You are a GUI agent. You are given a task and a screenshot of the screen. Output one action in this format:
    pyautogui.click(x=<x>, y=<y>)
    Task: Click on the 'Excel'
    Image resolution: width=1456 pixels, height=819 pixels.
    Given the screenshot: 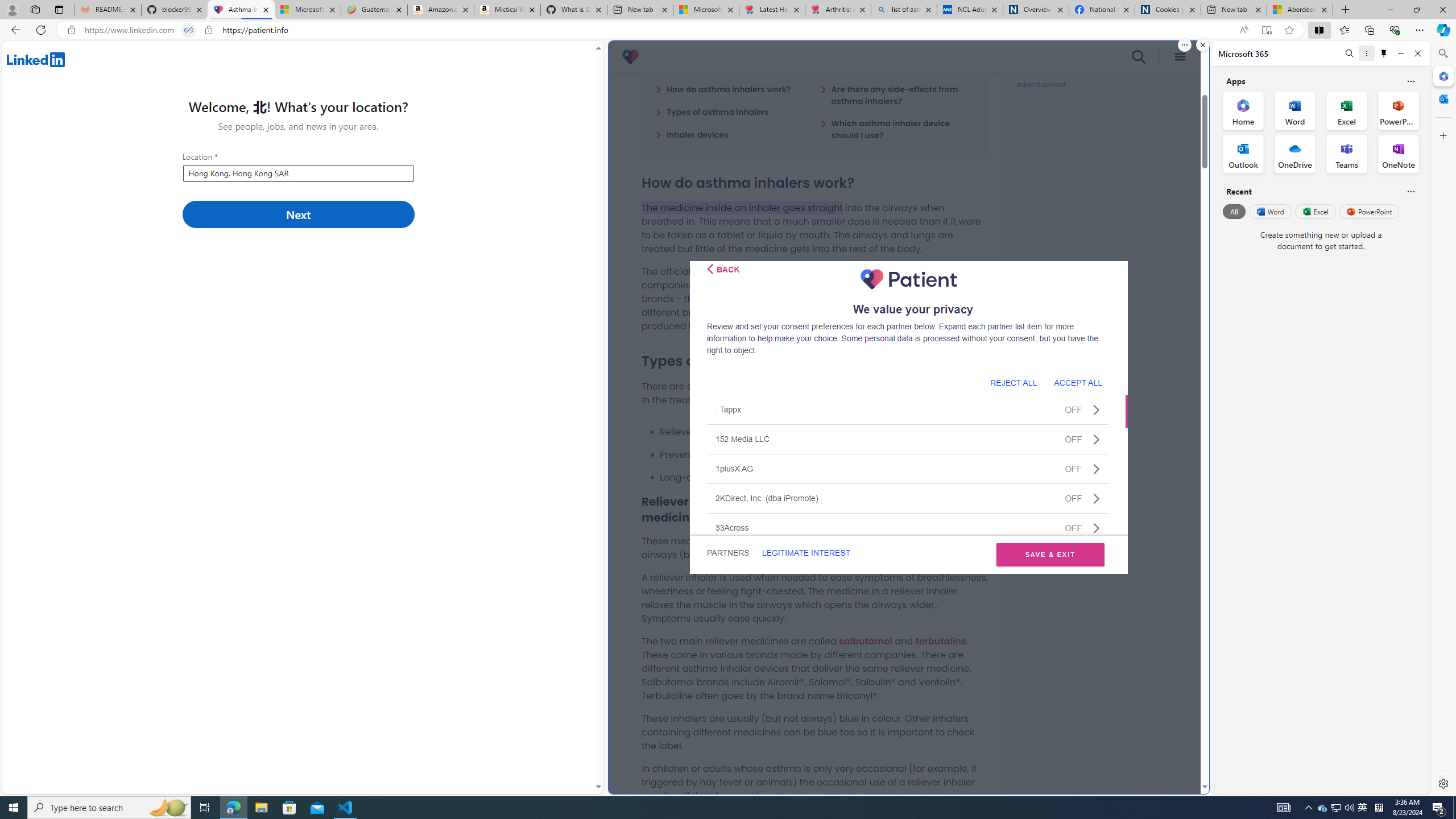 What is the action you would take?
    pyautogui.click(x=1314, y=211)
    